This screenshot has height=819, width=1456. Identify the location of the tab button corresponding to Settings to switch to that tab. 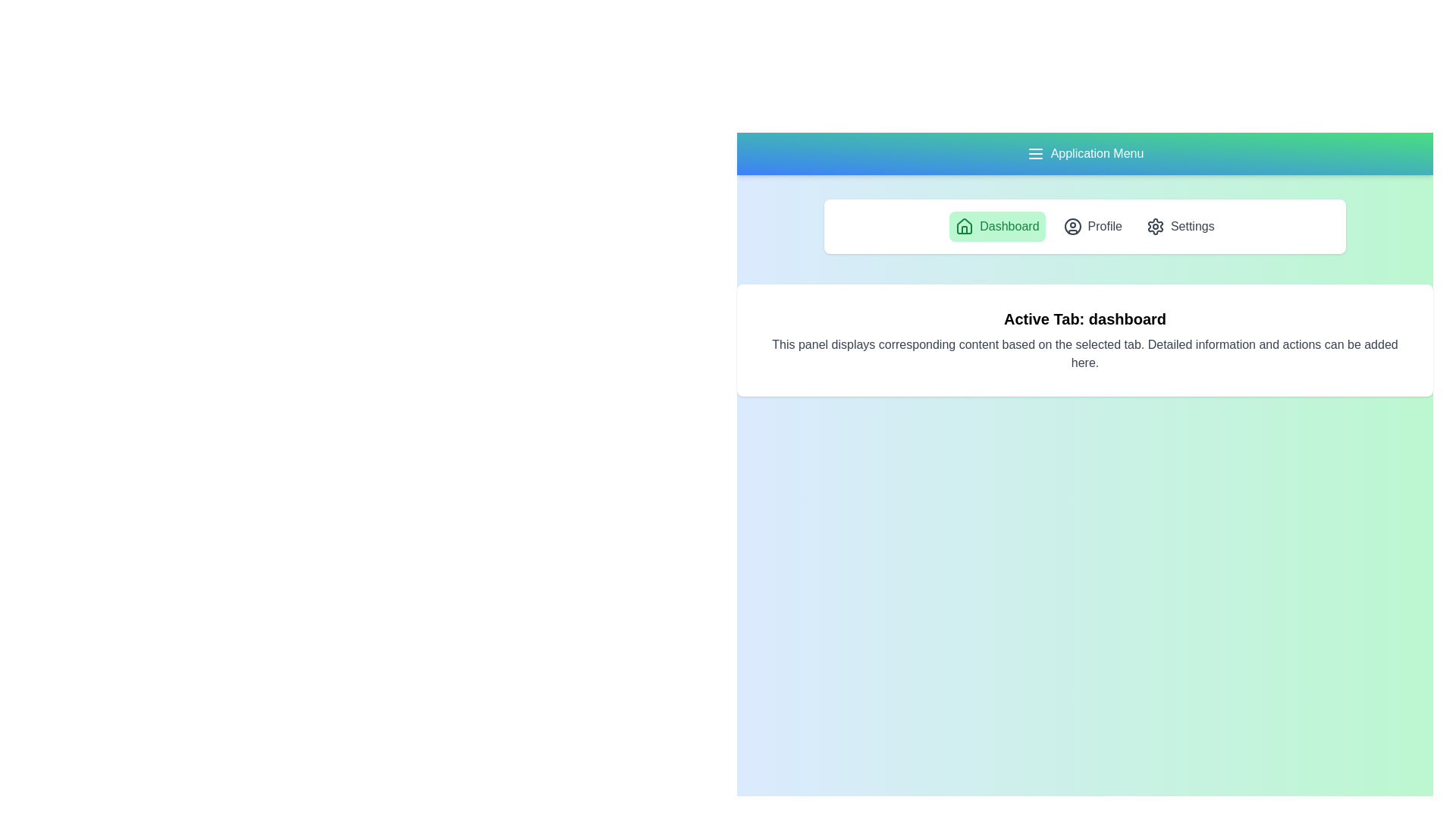
(1178, 227).